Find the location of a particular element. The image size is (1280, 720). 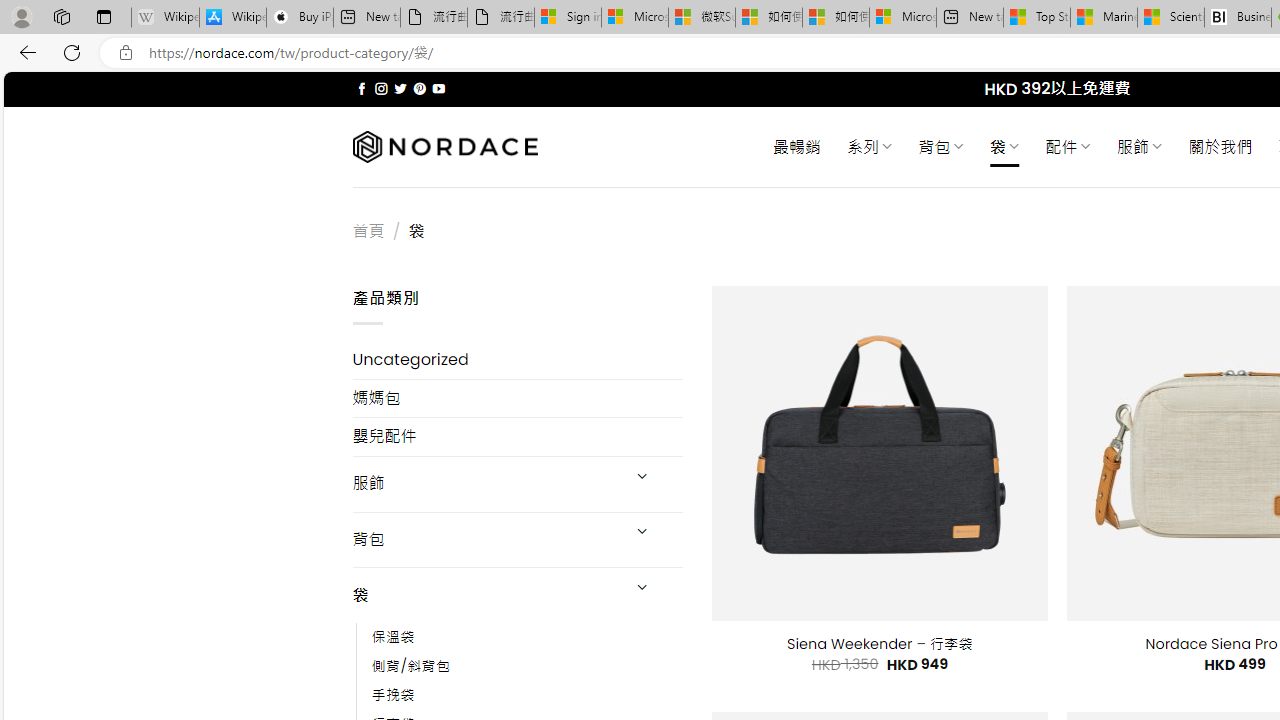

'Buy iPad - Apple' is located at coordinates (299, 17).